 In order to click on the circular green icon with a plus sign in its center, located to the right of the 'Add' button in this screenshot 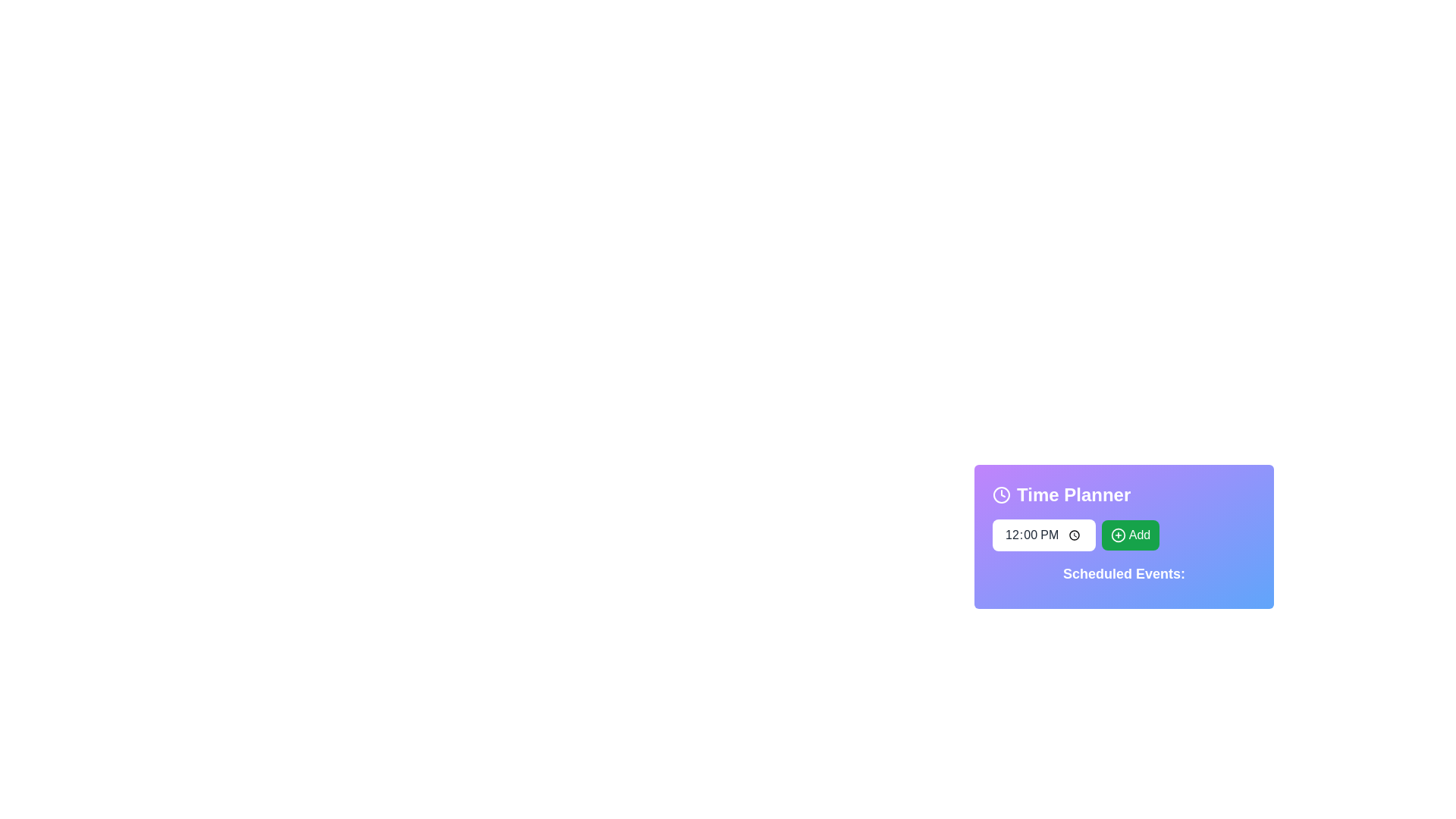, I will do `click(1118, 534)`.